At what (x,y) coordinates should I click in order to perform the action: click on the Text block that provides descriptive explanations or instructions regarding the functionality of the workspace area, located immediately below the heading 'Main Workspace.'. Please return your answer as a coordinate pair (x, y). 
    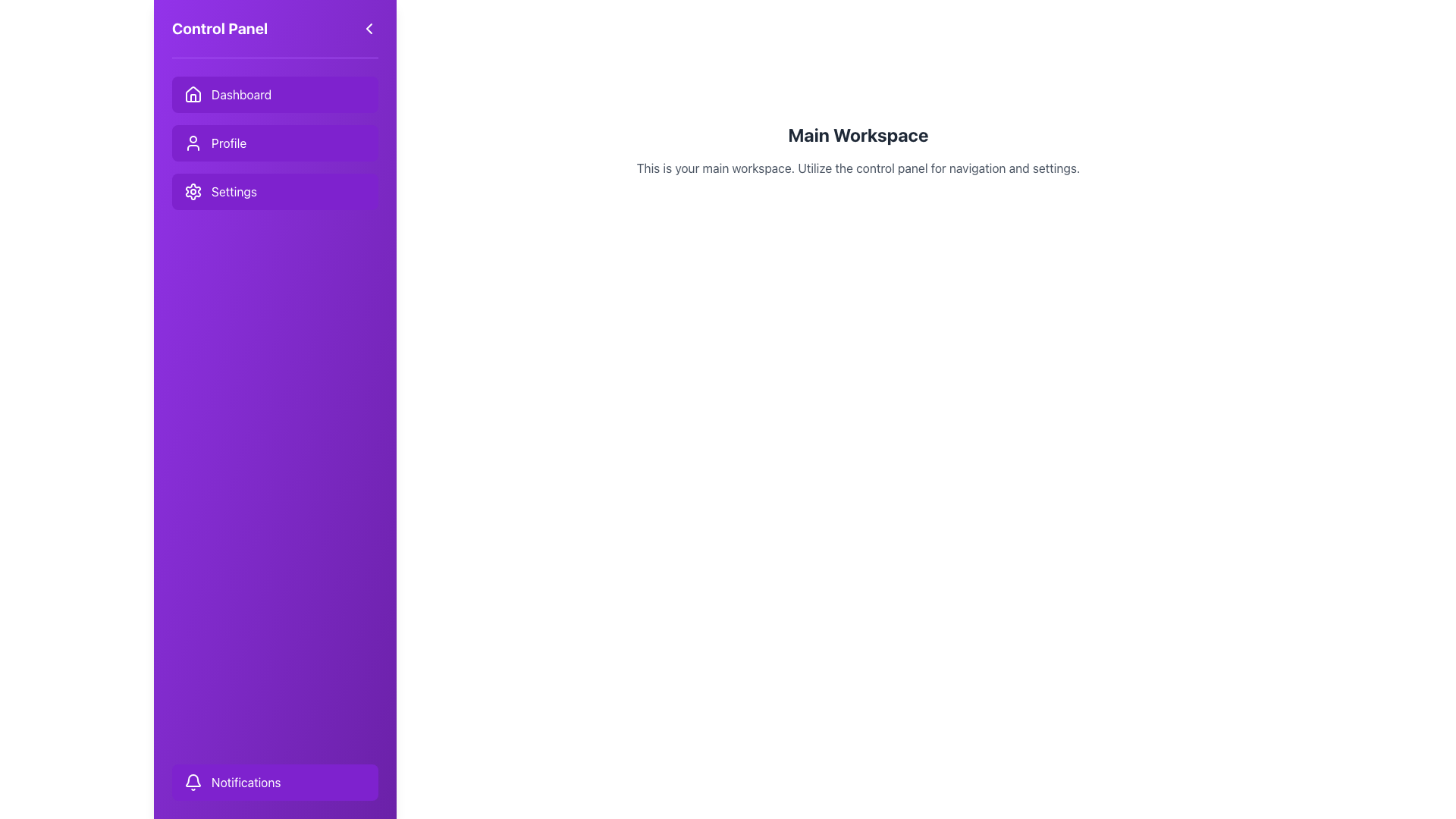
    Looking at the image, I should click on (858, 168).